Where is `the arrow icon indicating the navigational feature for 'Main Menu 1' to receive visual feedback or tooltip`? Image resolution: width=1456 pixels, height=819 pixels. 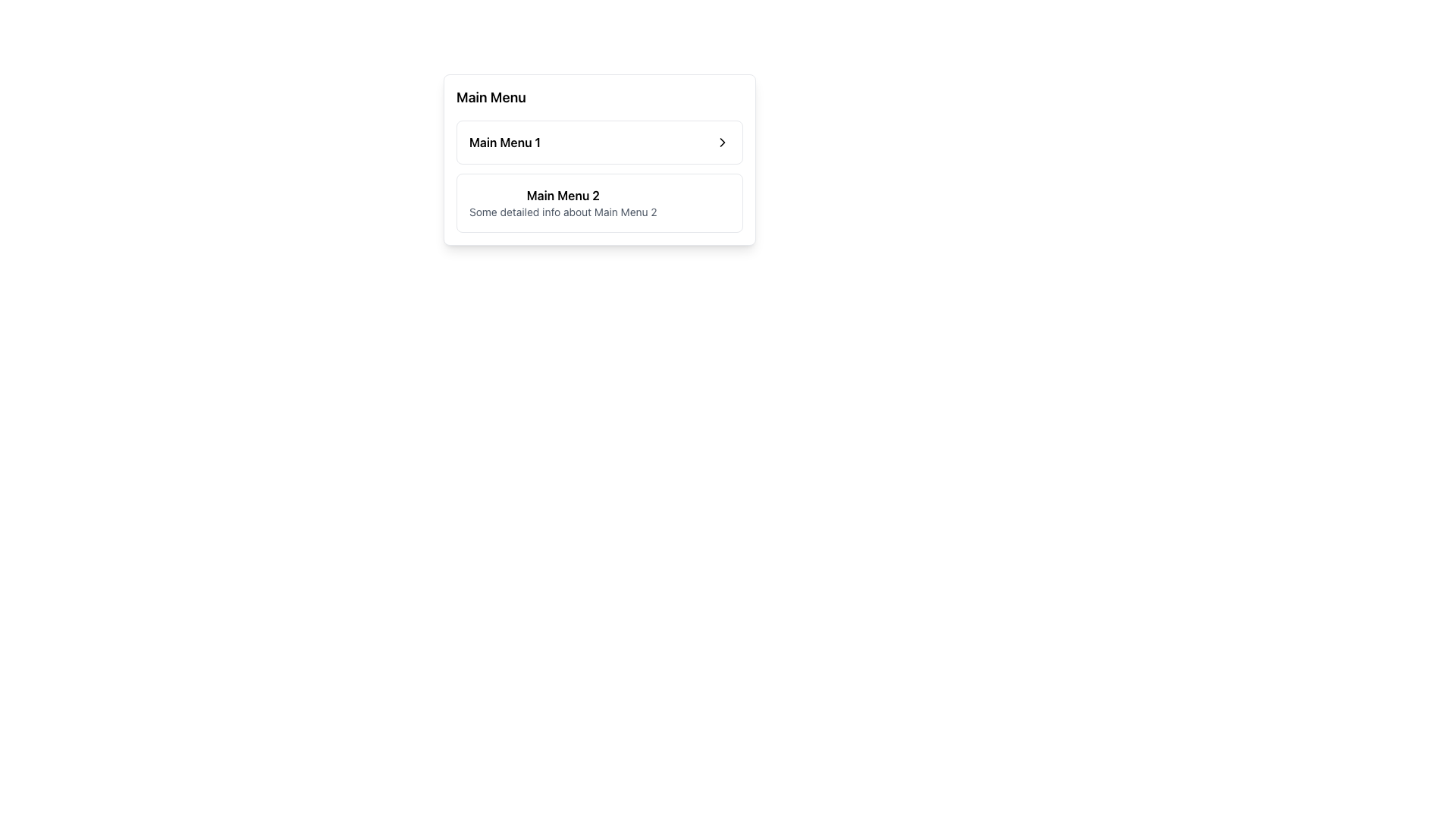
the arrow icon indicating the navigational feature for 'Main Menu 1' to receive visual feedback or tooltip is located at coordinates (722, 143).